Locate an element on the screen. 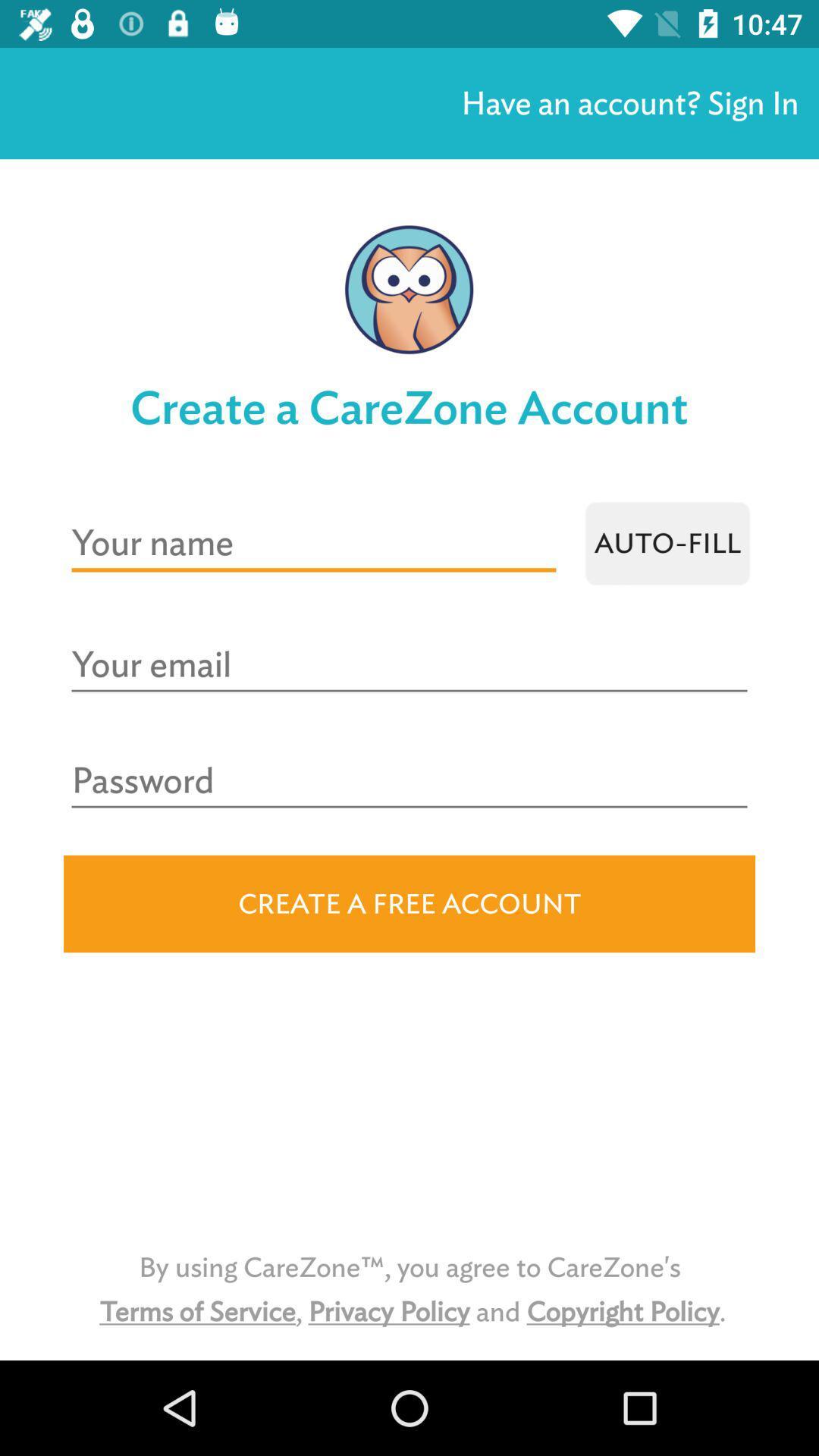 The height and width of the screenshot is (1456, 819). icon below the create a free icon is located at coordinates (409, 1288).